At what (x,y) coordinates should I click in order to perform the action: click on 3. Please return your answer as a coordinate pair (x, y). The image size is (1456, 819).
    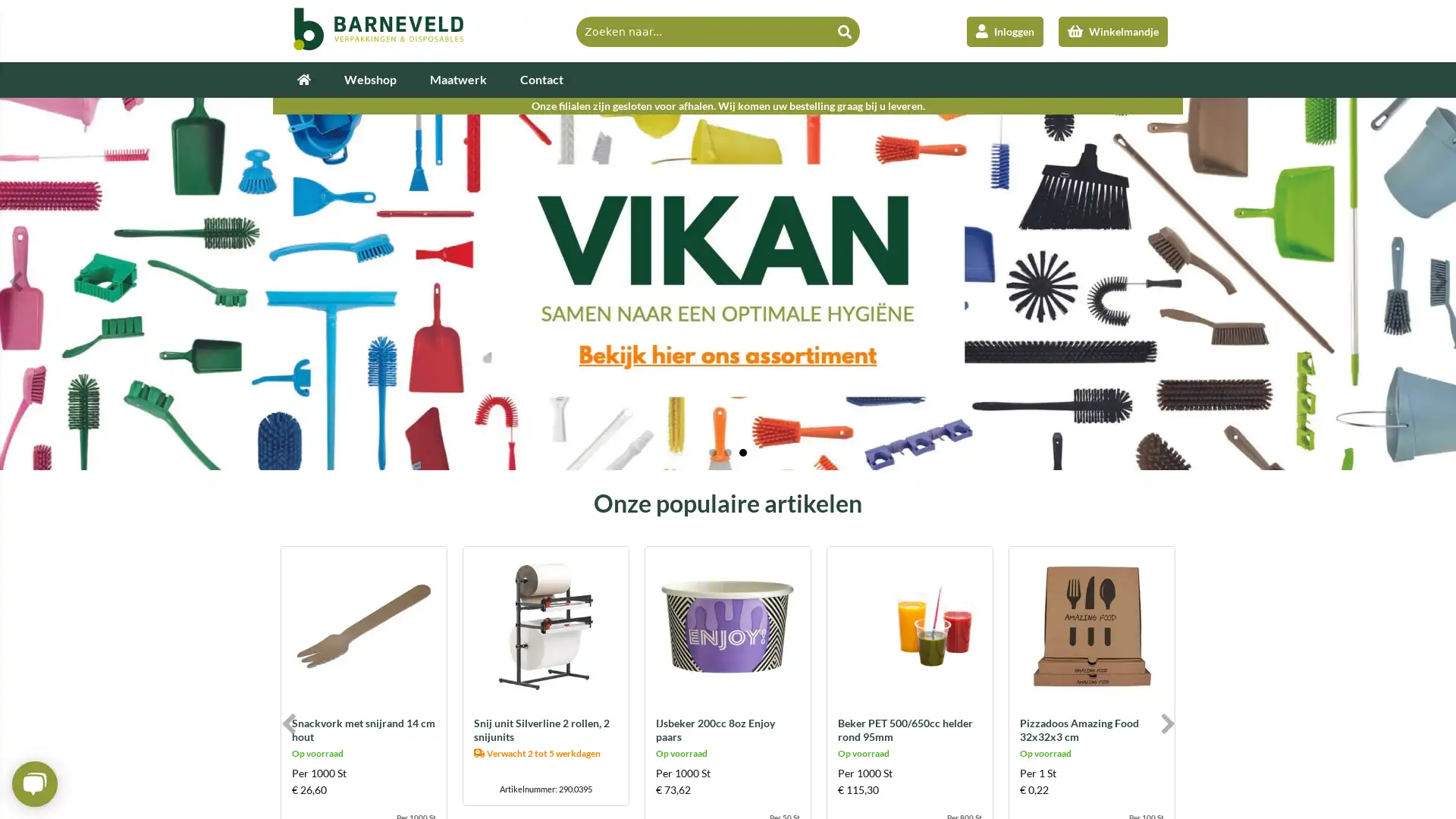
    Looking at the image, I should click on (742, 452).